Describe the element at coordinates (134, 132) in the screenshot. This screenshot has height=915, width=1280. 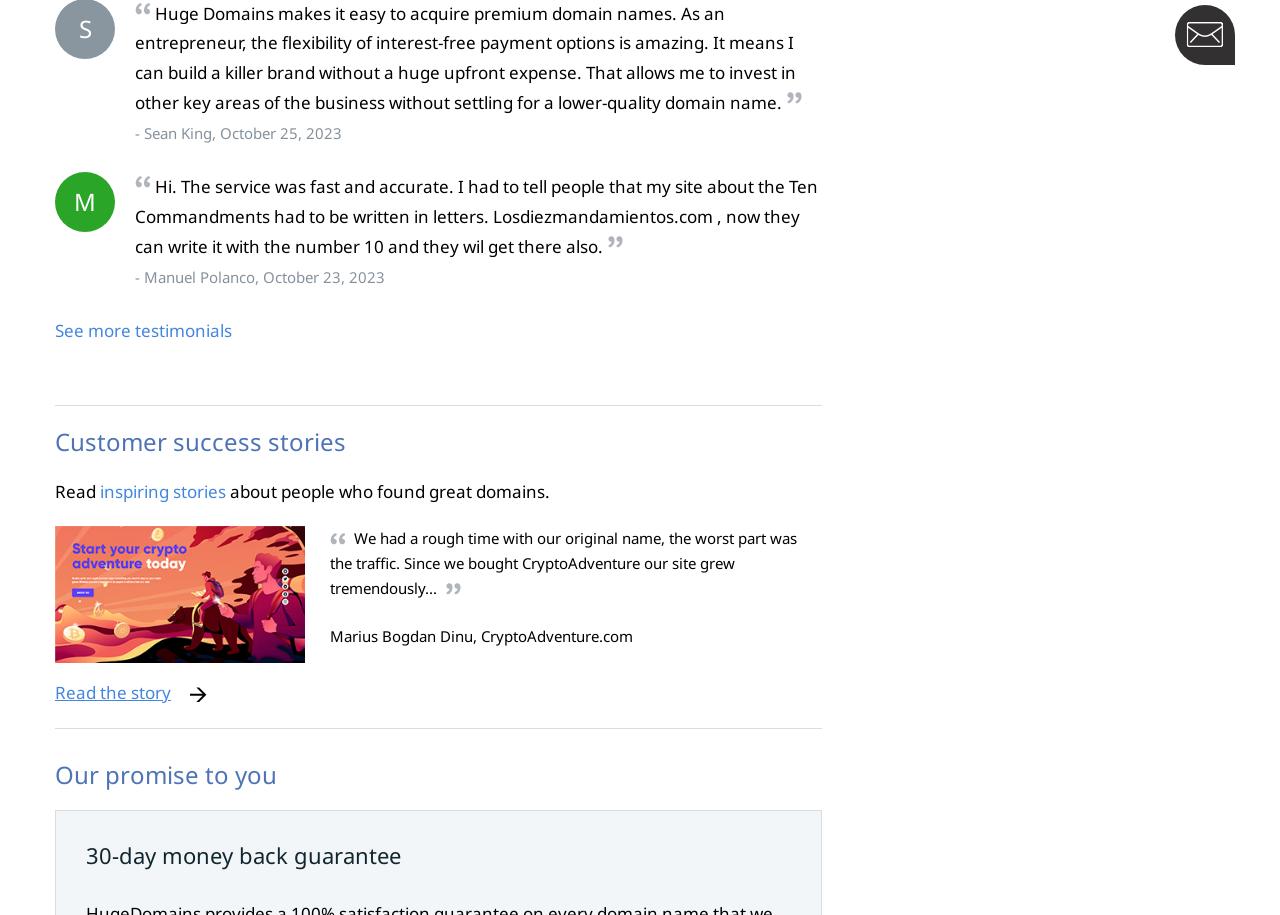
I see `'- Sean King, October 25, 2023'` at that location.